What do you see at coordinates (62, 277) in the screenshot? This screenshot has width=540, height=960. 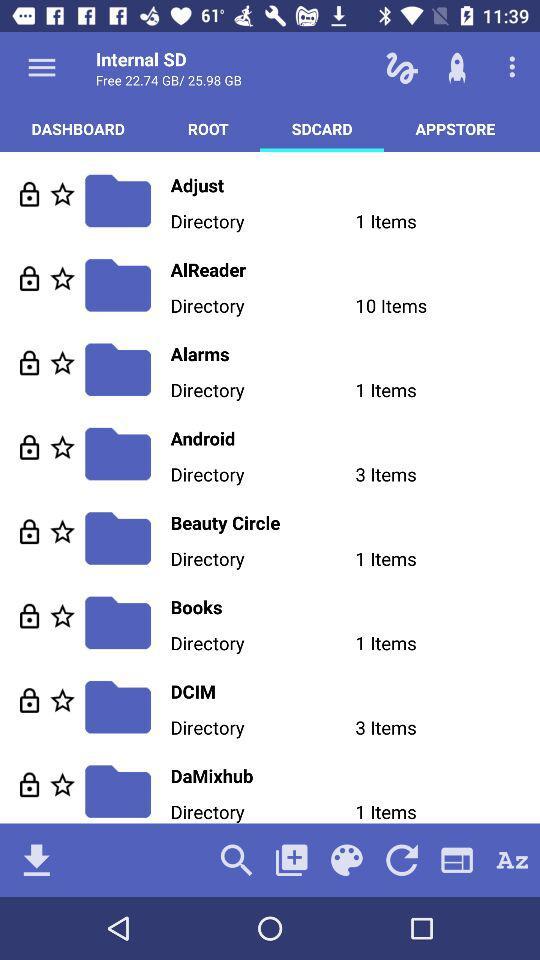 I see `bookmark` at bounding box center [62, 277].